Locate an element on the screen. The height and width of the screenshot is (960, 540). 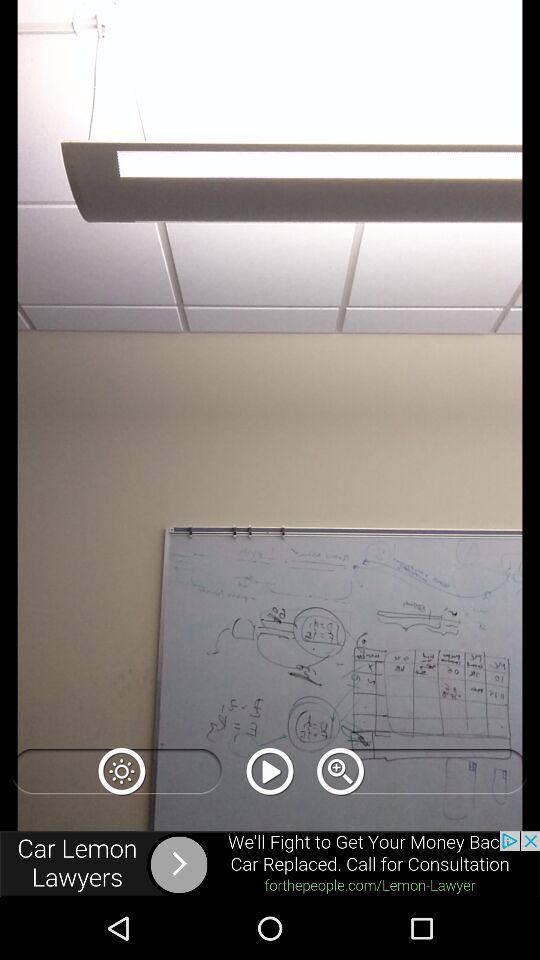
play is located at coordinates (270, 770).